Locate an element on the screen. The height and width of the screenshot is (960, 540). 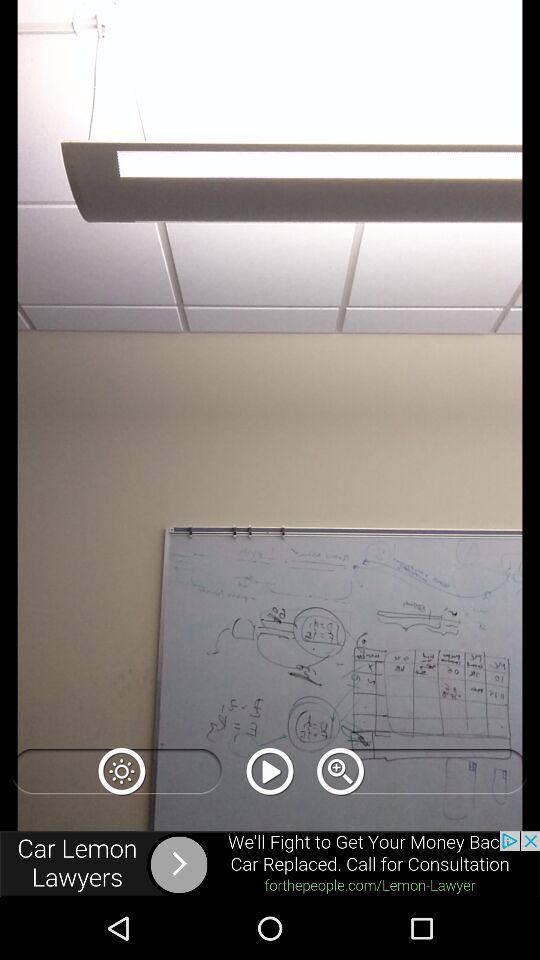
play is located at coordinates (270, 770).